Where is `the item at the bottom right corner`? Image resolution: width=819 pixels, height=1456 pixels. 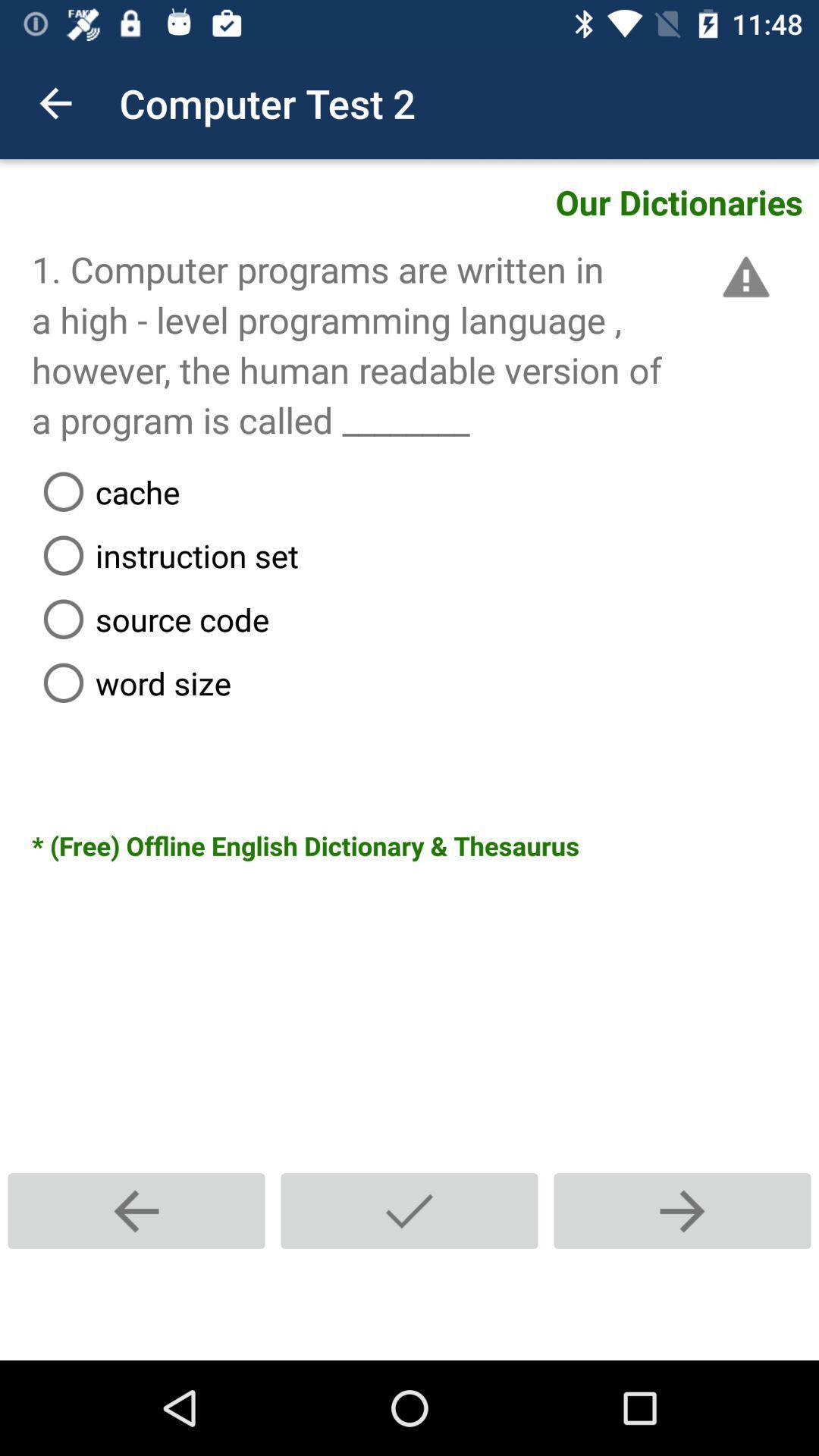
the item at the bottom right corner is located at coordinates (681, 1210).